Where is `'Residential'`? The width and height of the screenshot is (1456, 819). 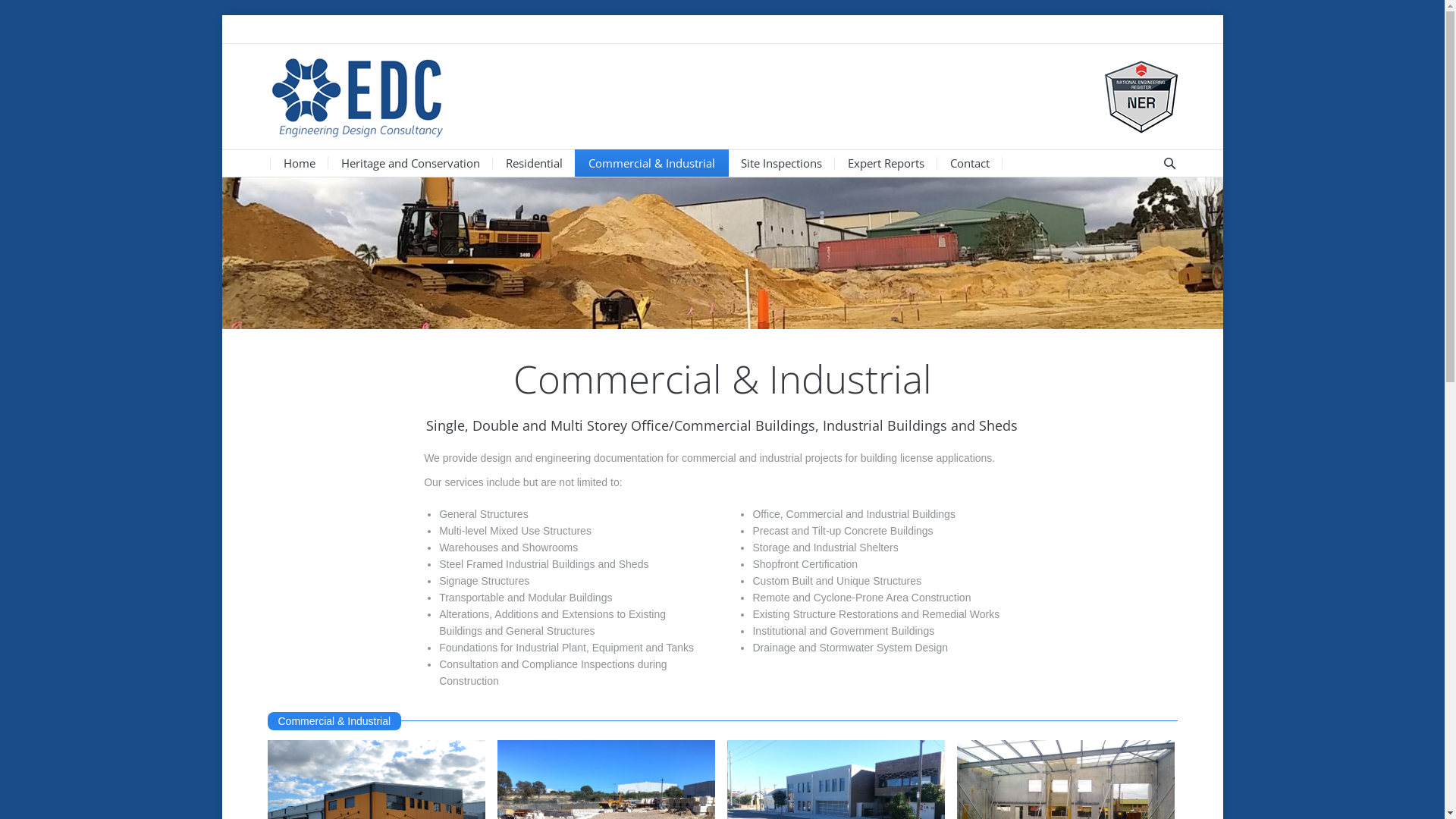 'Residential' is located at coordinates (533, 163).